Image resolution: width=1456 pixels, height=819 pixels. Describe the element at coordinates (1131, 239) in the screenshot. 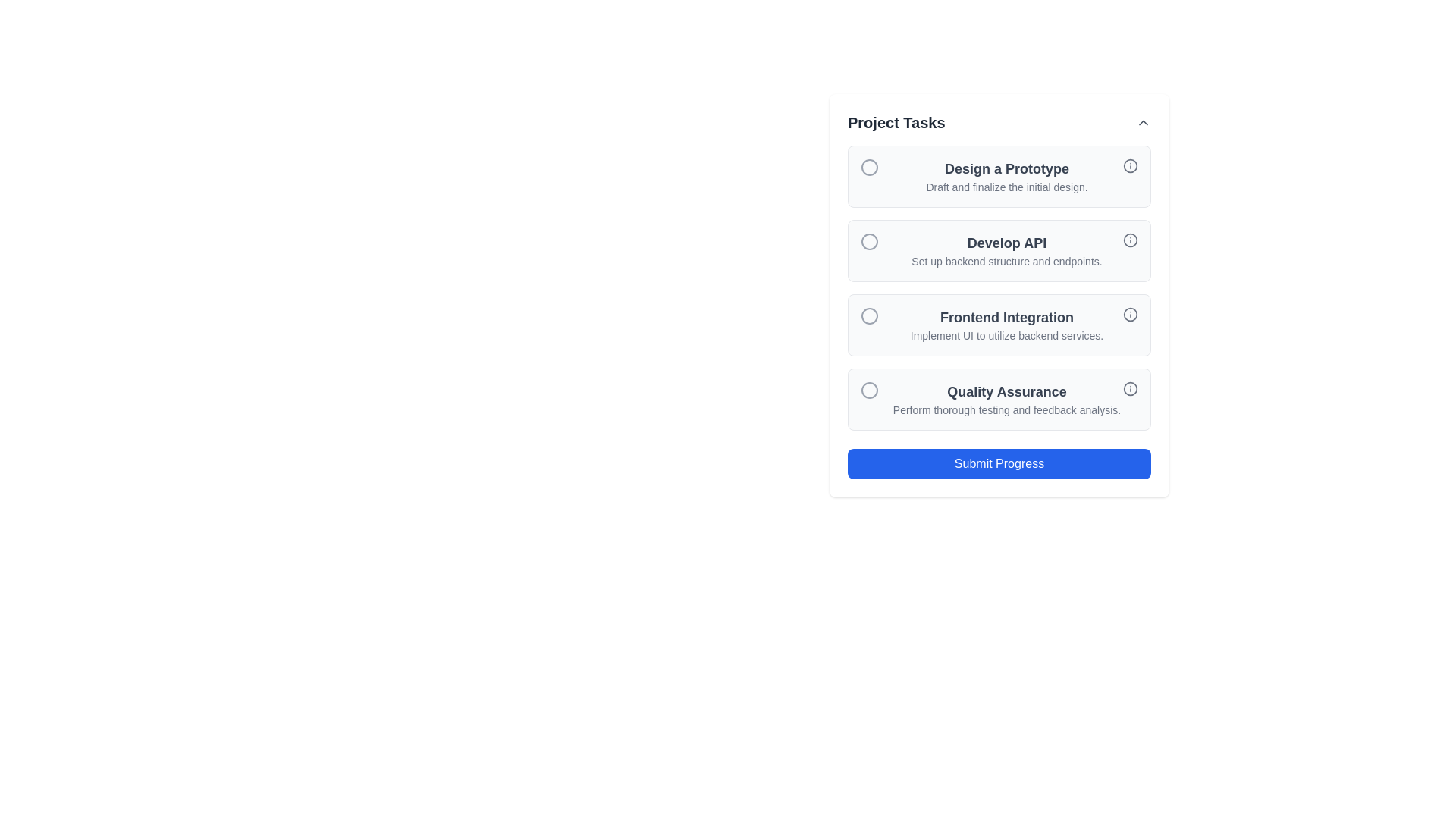

I see `the Info Symbol icon located in the 'Develop API' section` at that location.